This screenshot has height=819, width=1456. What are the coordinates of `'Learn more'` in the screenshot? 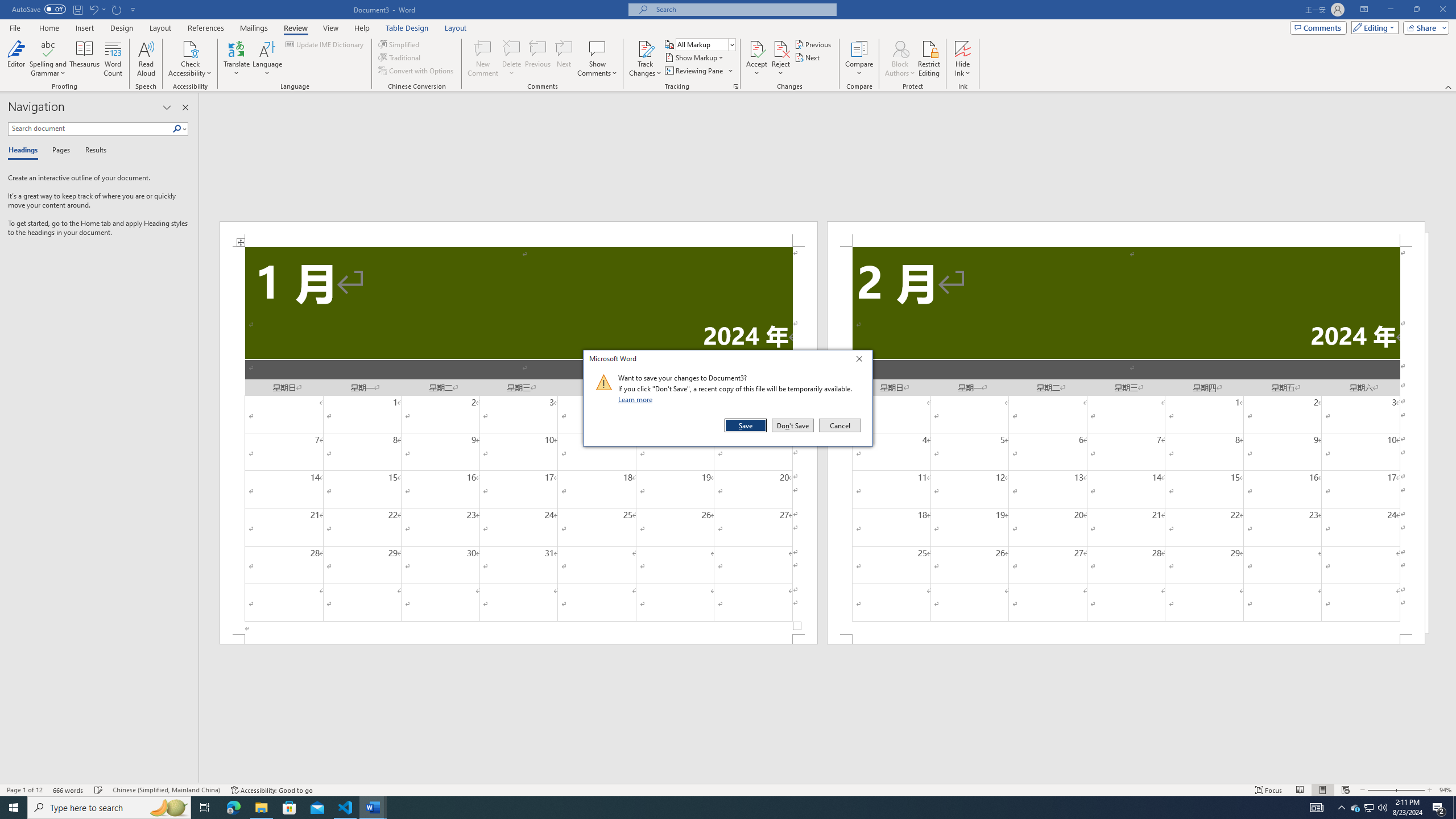 It's located at (637, 399).